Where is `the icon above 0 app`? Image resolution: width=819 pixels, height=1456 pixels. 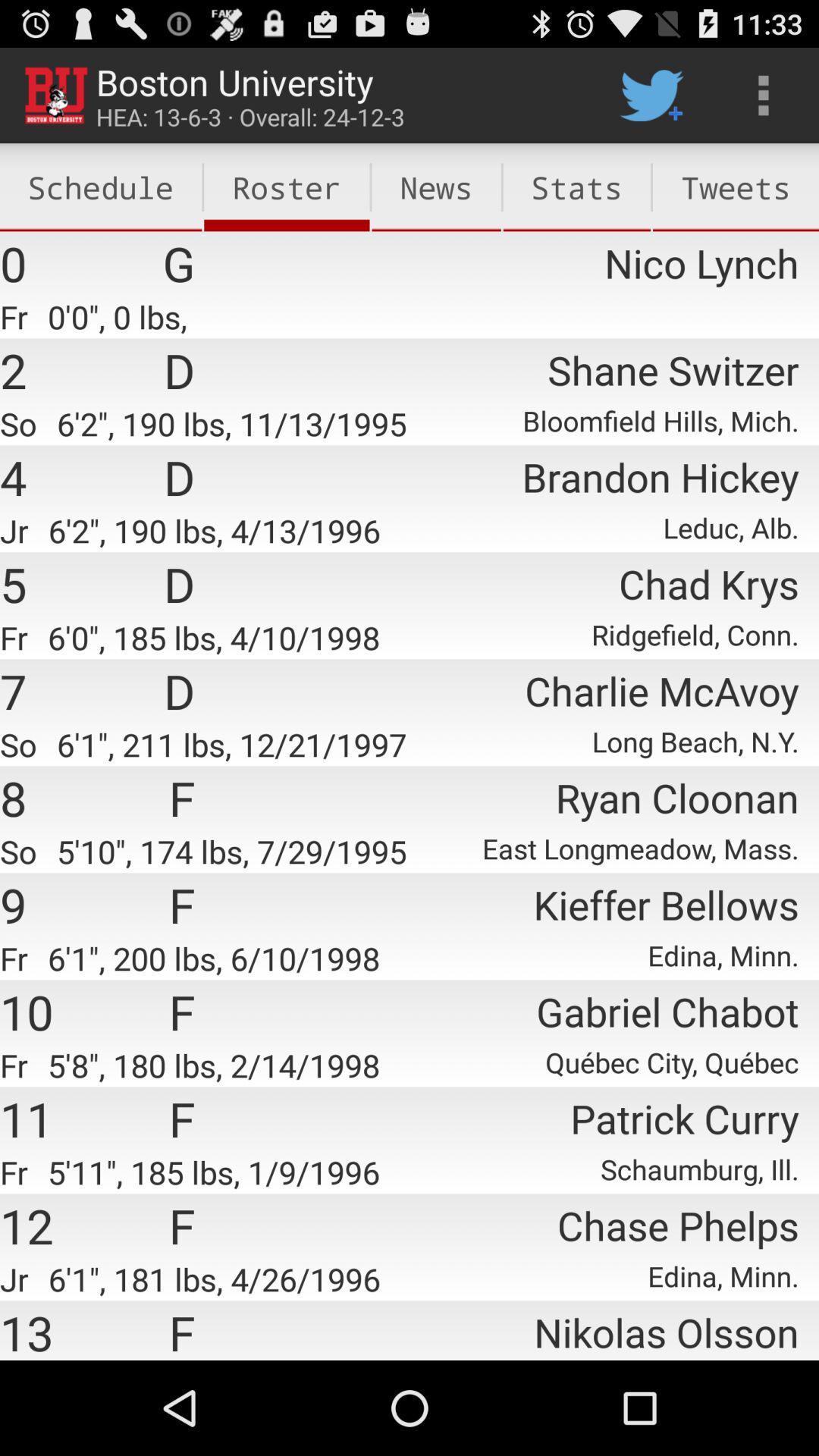
the icon above 0 app is located at coordinates (101, 187).